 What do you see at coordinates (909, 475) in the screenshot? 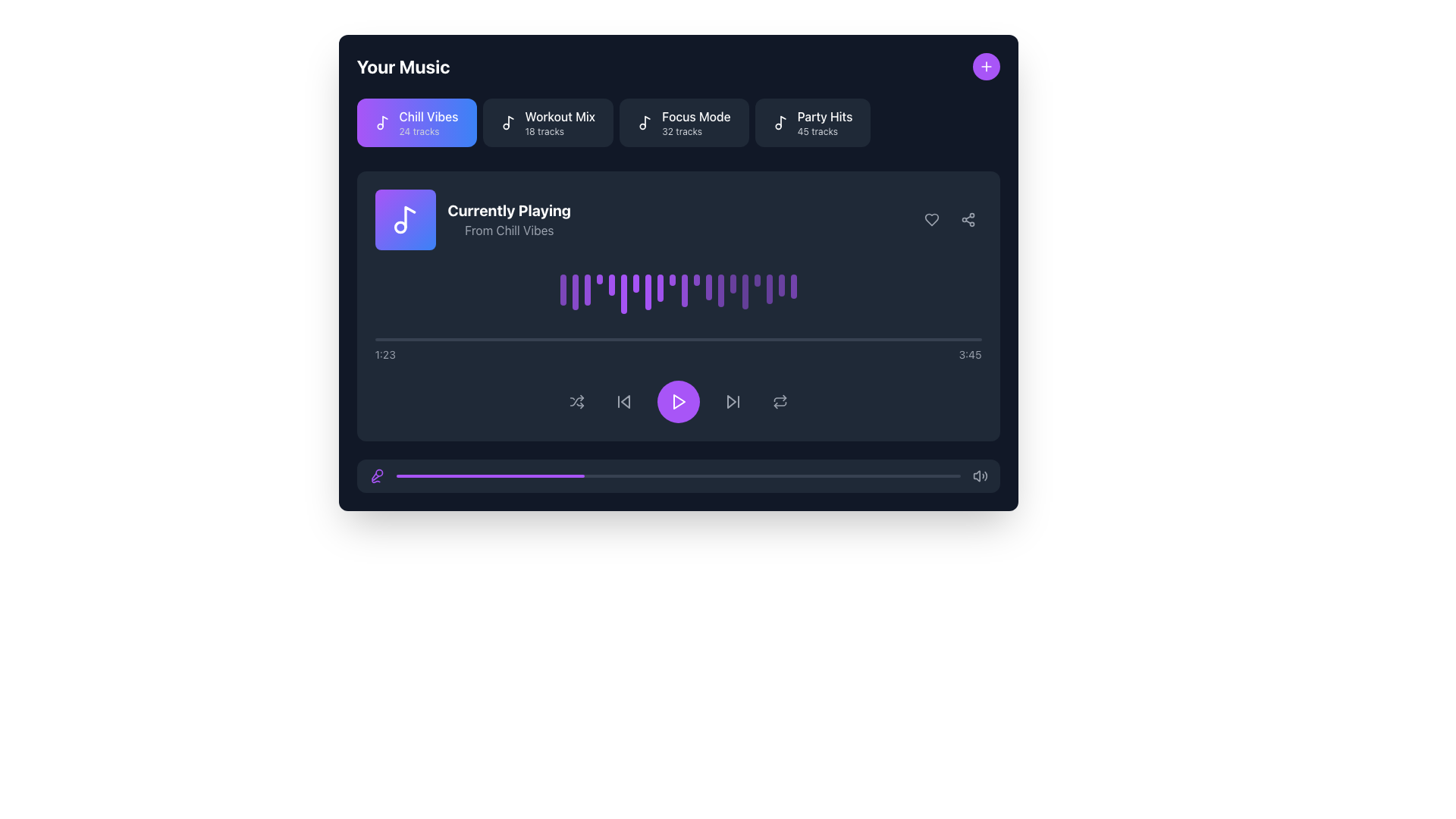
I see `the music progress bar` at bounding box center [909, 475].